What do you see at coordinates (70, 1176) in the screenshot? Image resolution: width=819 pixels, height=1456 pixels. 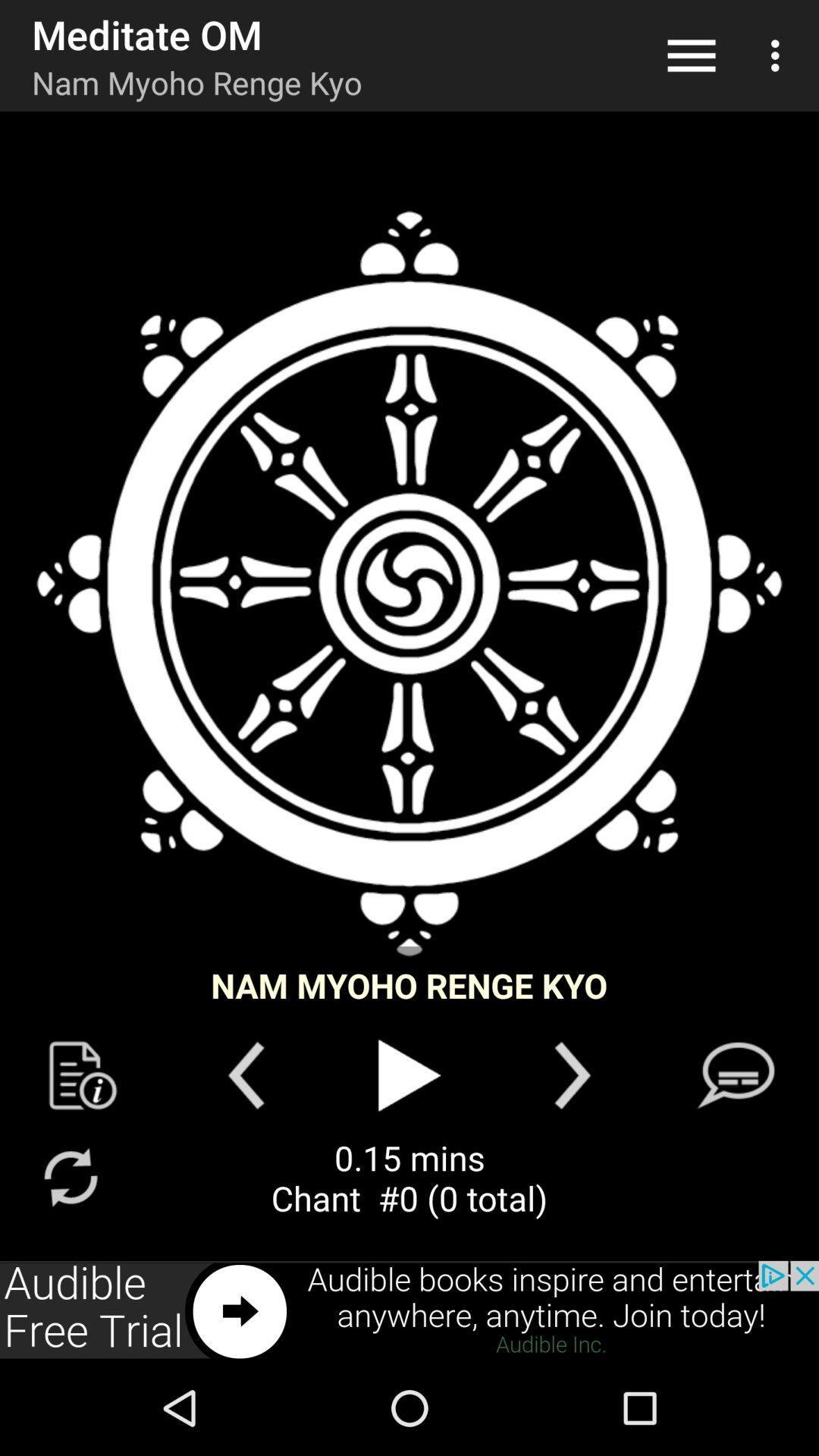 I see `rotate button` at bounding box center [70, 1176].